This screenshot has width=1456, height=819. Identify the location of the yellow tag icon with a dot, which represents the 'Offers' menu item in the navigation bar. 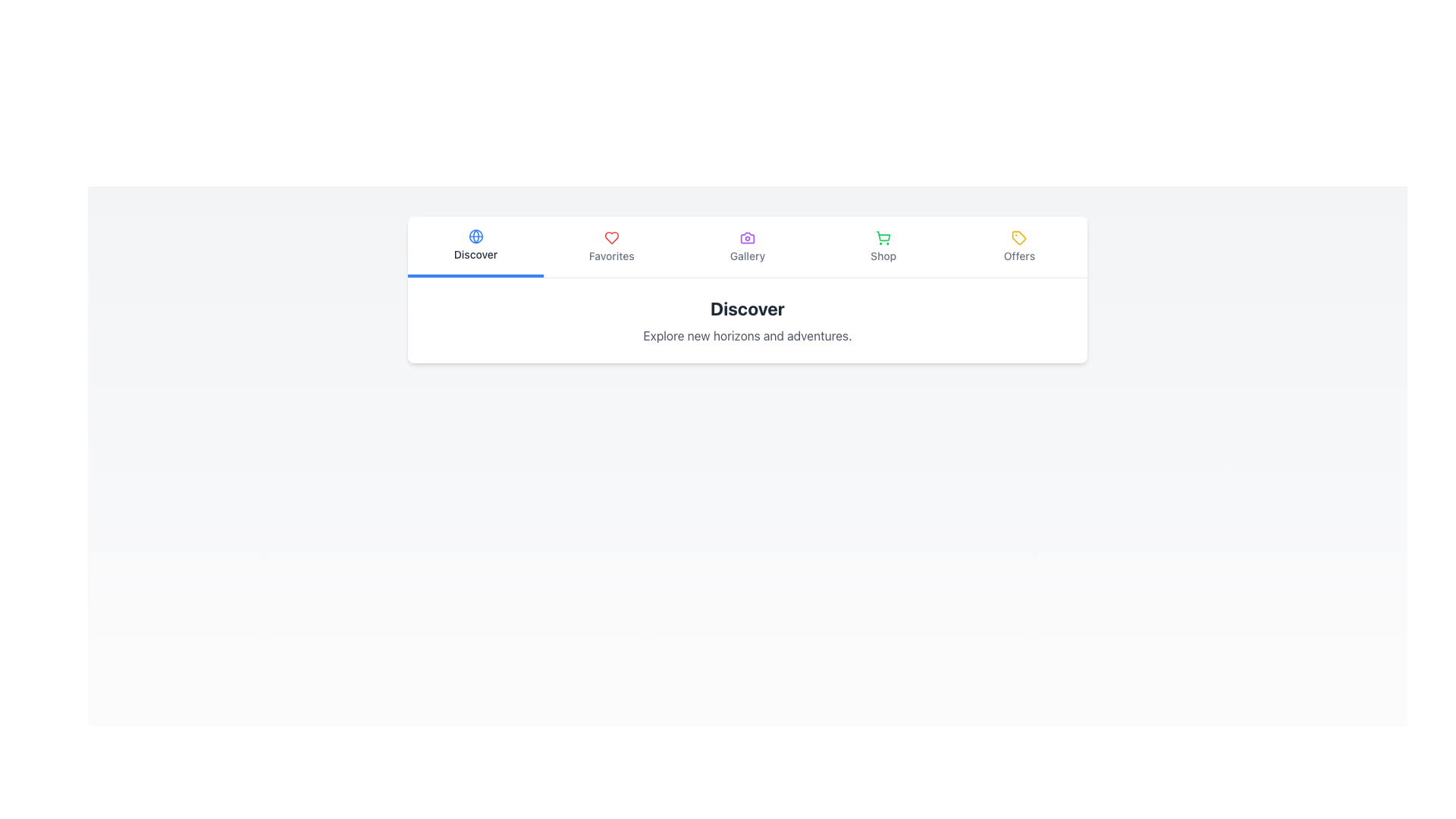
(1019, 237).